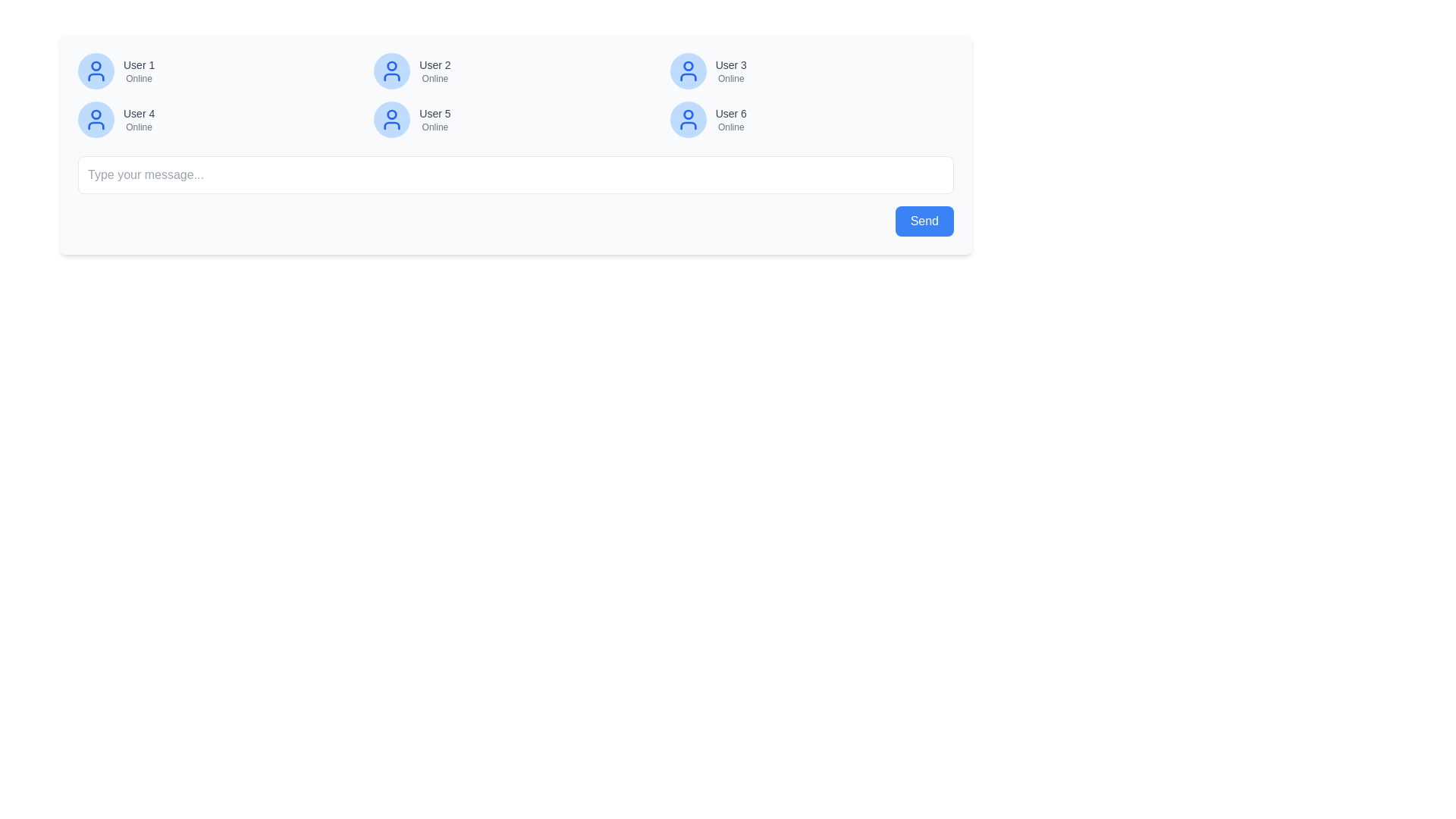 The image size is (1456, 819). I want to click on the person icon with a blue color and circular head and shoulders representation located in the top-left corner of the user list section, so click(95, 71).